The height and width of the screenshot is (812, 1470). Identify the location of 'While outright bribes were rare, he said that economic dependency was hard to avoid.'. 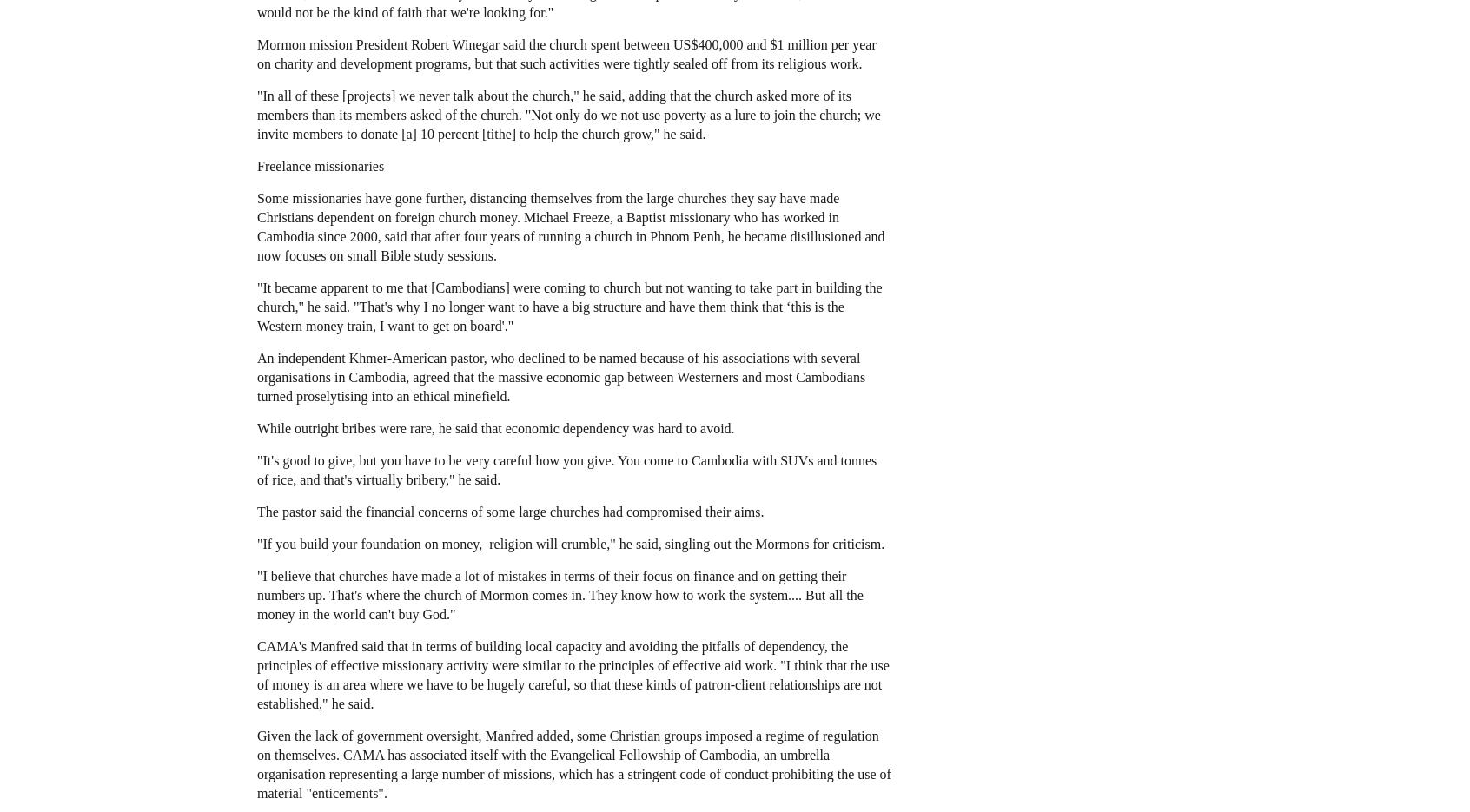
(494, 427).